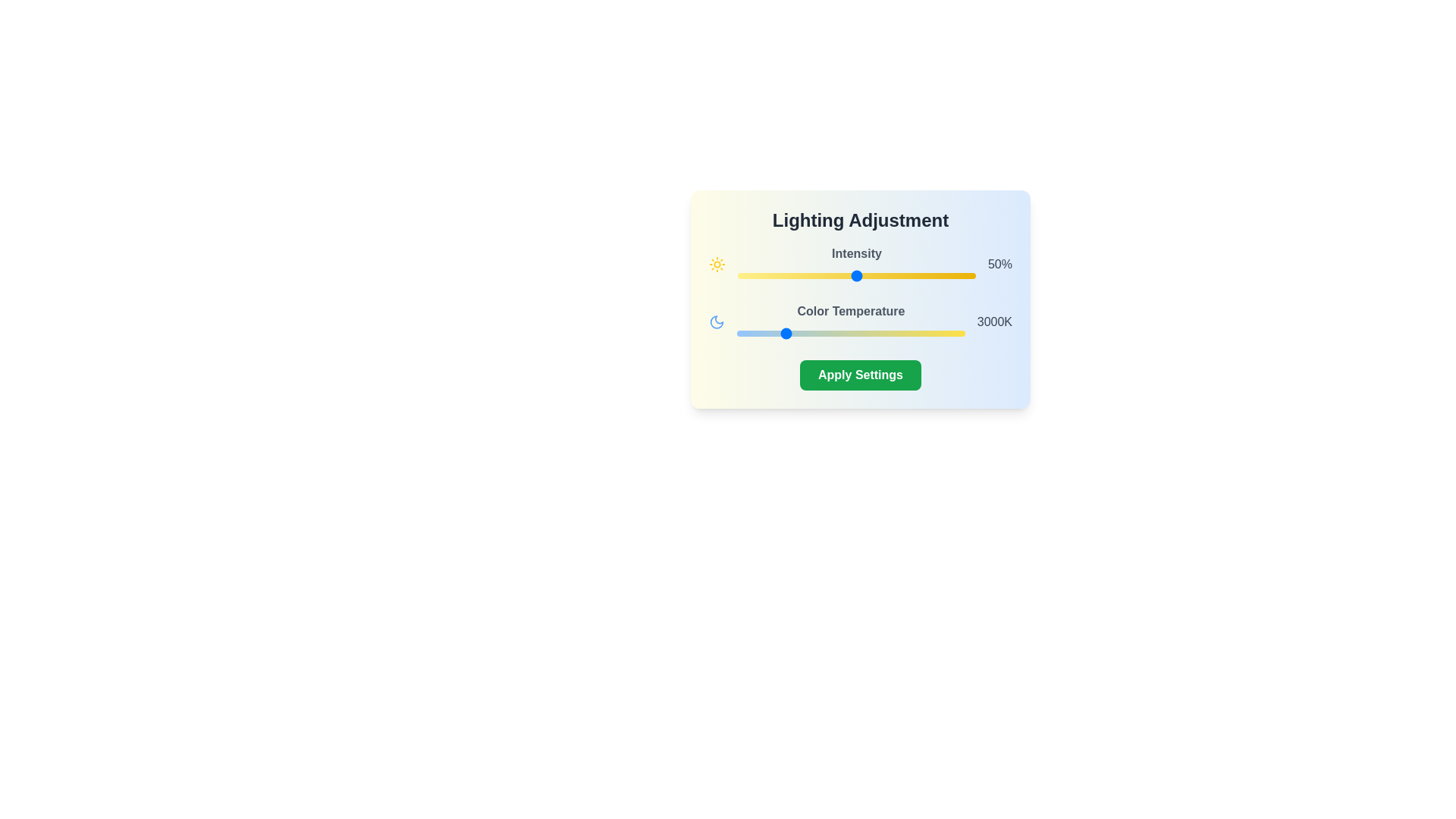 The width and height of the screenshot is (1456, 819). Describe the element at coordinates (846, 275) in the screenshot. I see `the intensity slider to set the lighting intensity to 46%` at that location.